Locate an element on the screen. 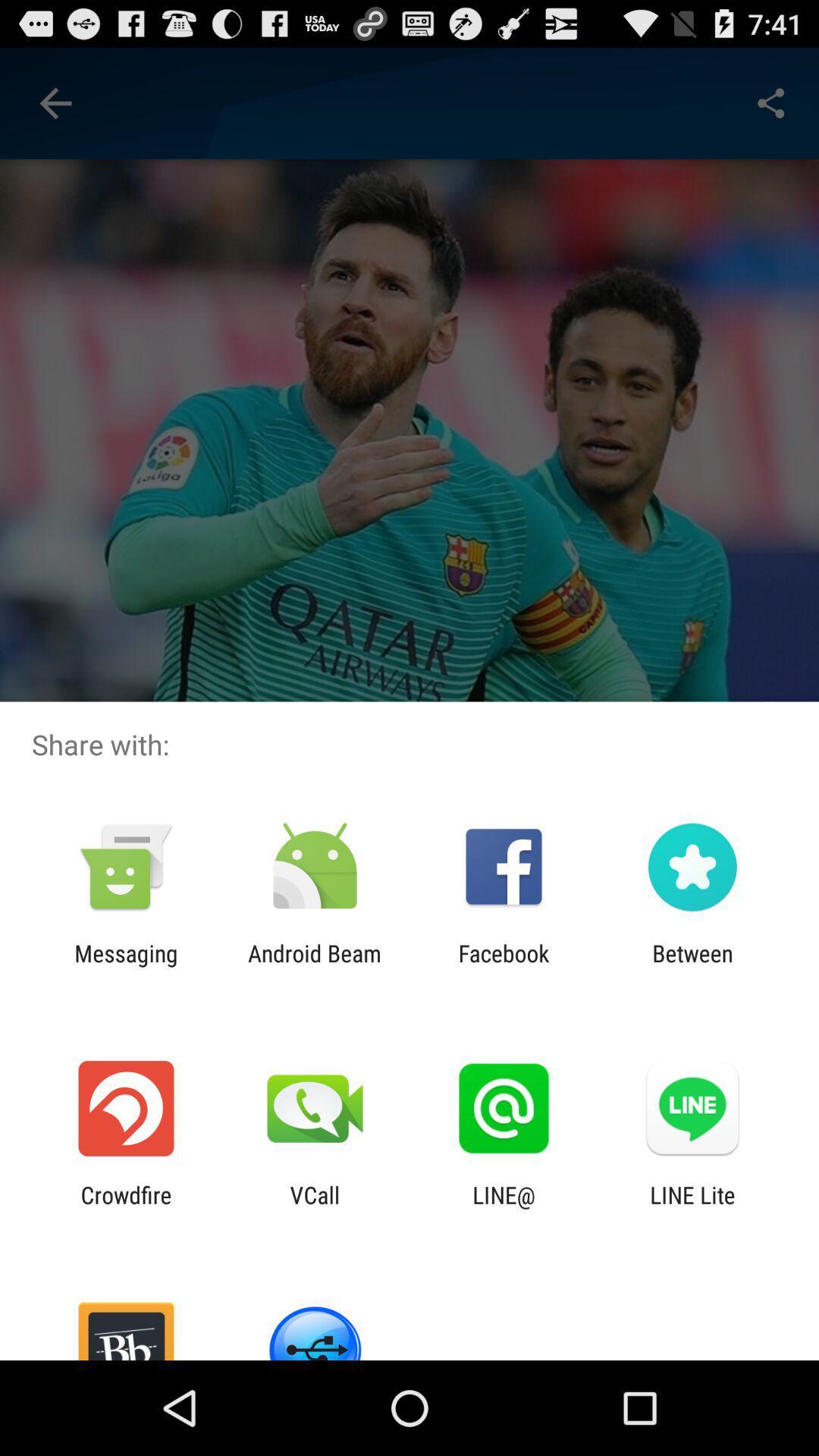 The width and height of the screenshot is (819, 1456). the item to the left of the vcall icon is located at coordinates (125, 1207).